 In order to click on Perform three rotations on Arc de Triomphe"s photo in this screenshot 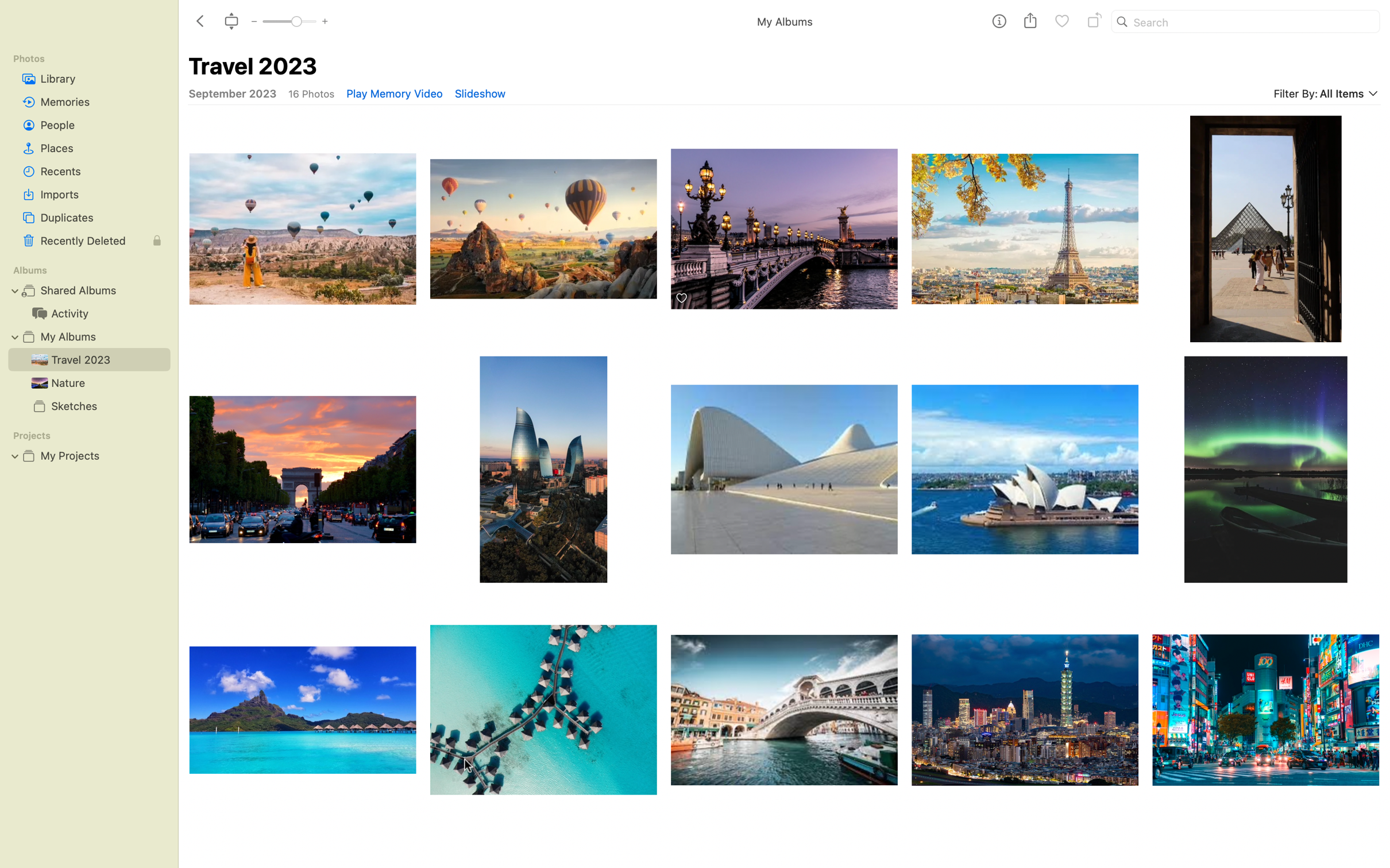, I will do `click(300, 470)`.